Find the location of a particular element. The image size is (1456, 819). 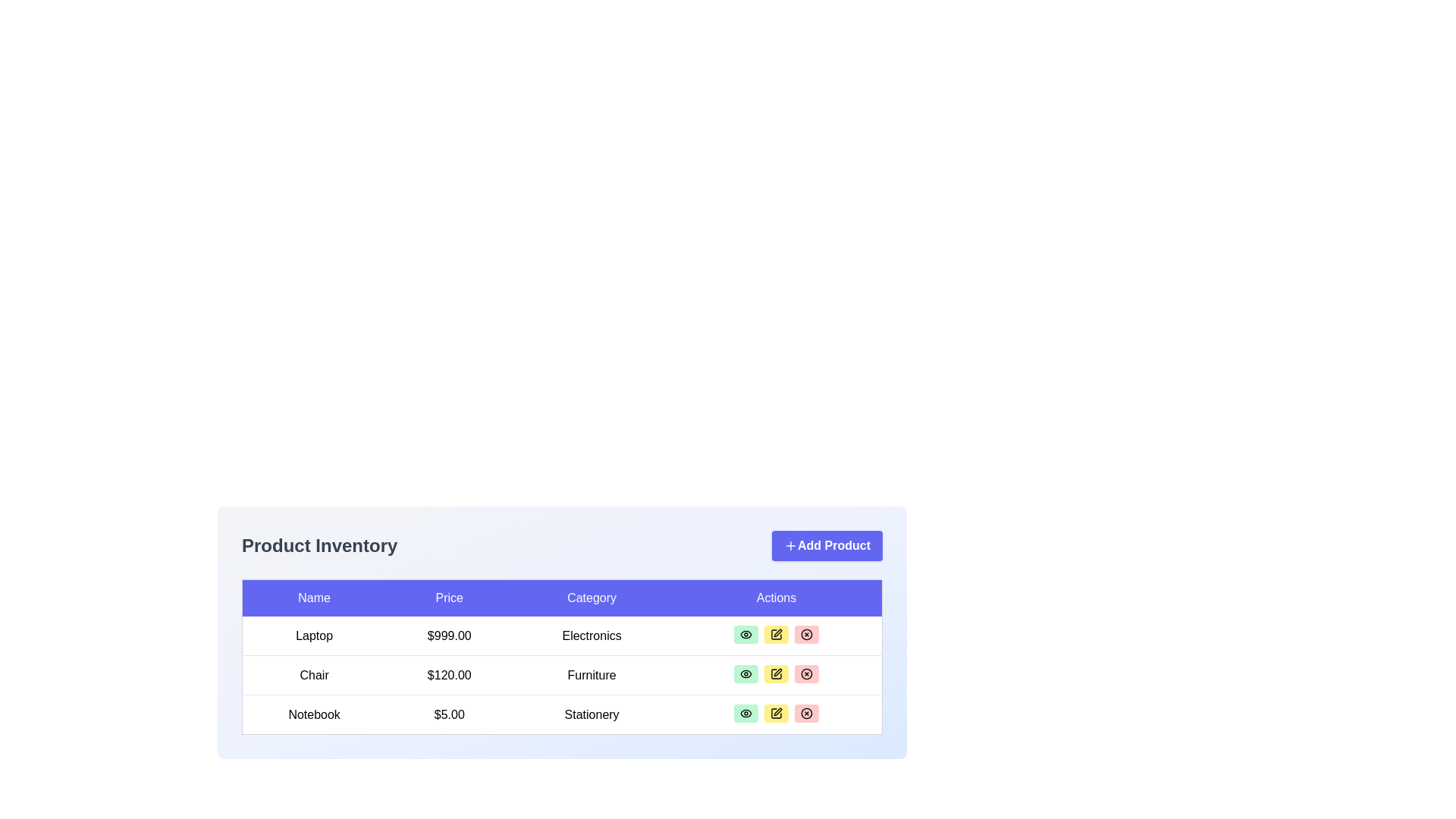

the green rounded rectangle button with an eye-shaped icon in the rightmost 'Actions' column of the third row, corresponding to the 'Stationery' category is located at coordinates (745, 714).